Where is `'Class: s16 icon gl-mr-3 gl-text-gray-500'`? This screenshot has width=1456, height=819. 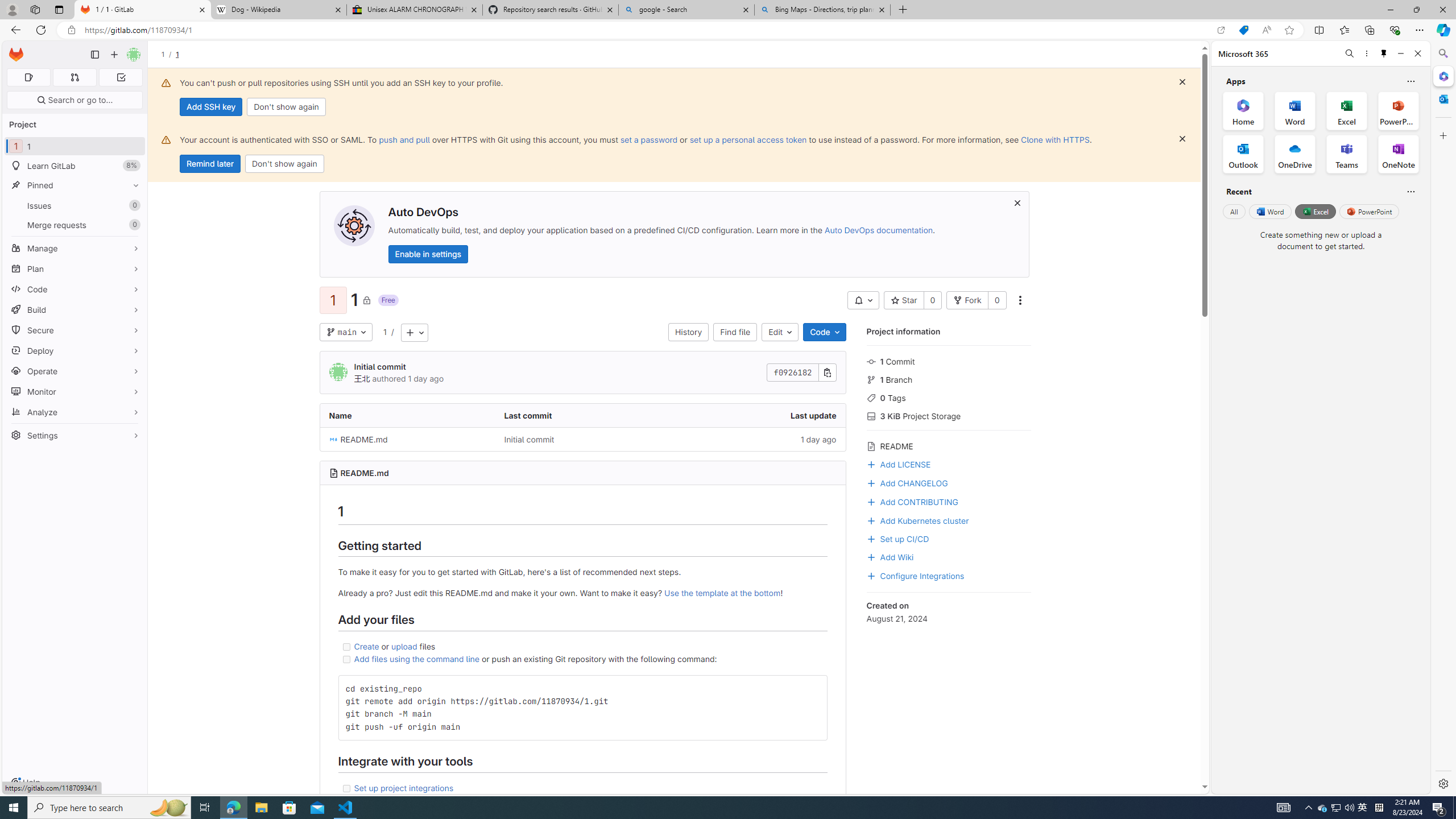 'Class: s16 icon gl-mr-3 gl-text-gray-500' is located at coordinates (871, 446).